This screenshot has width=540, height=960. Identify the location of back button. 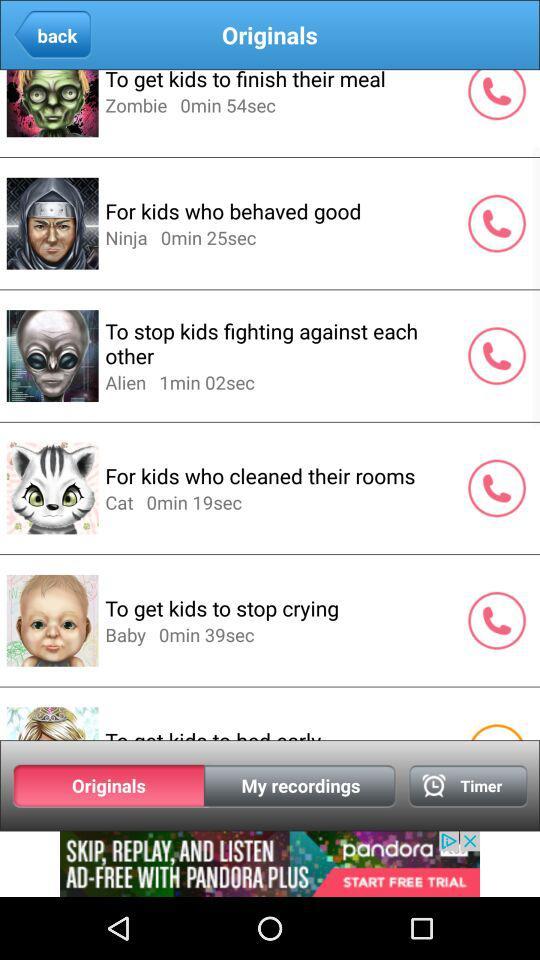
(52, 35).